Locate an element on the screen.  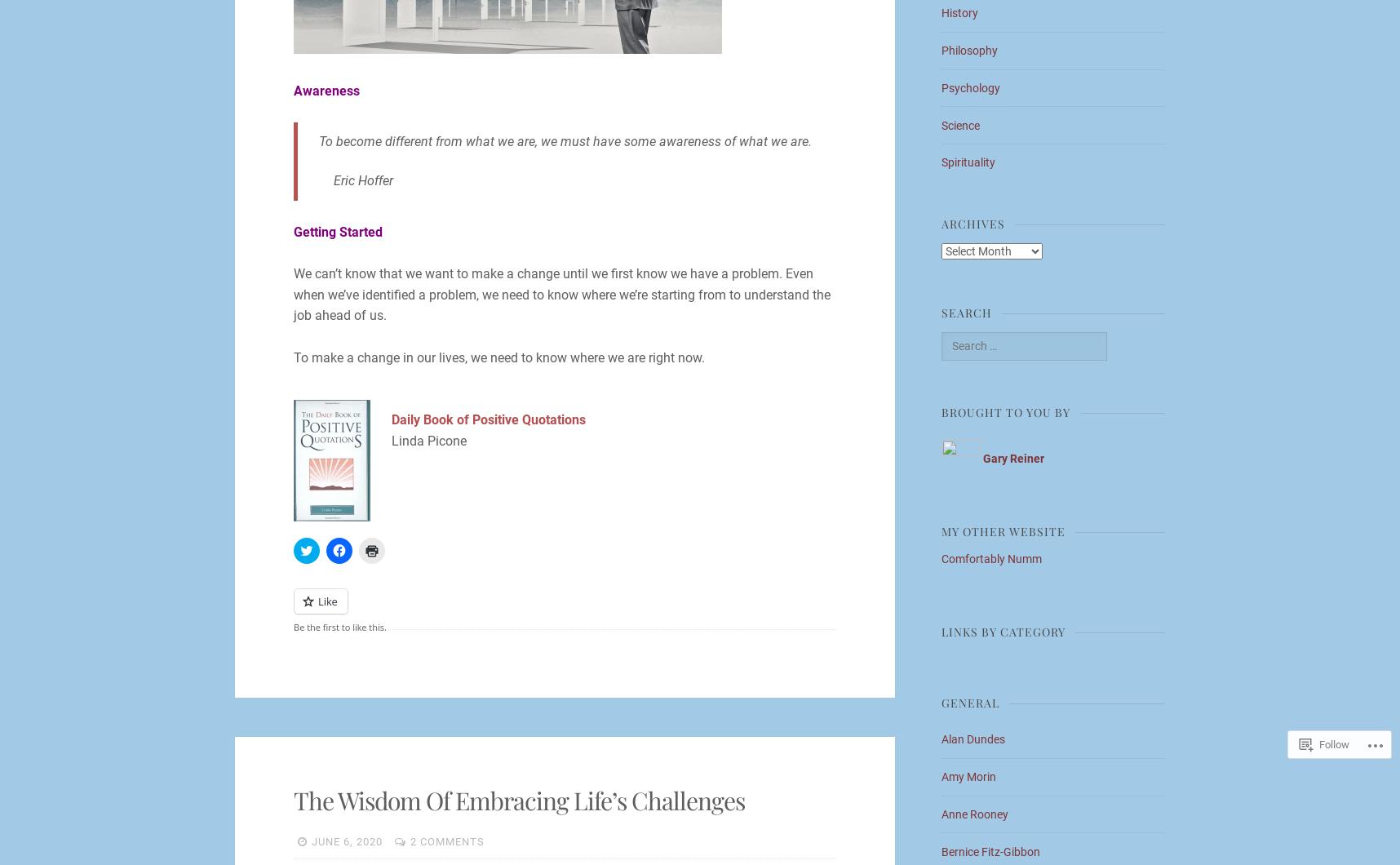
'Comfortably Numm' is located at coordinates (991, 557).